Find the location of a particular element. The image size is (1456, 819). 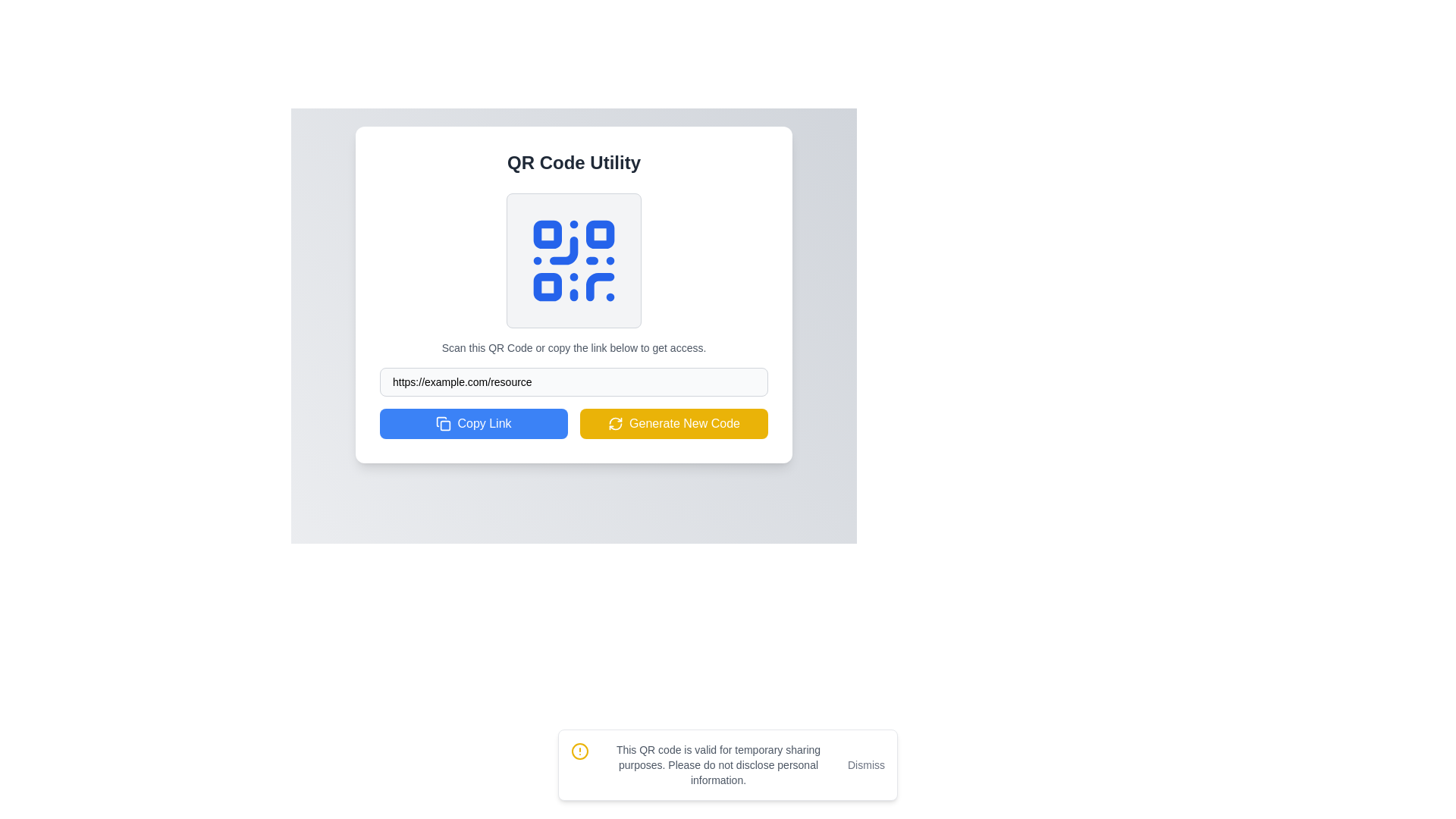

the graphic element that is part of the QR code visual, located towards the left bottom part of the central graphic is located at coordinates (563, 249).